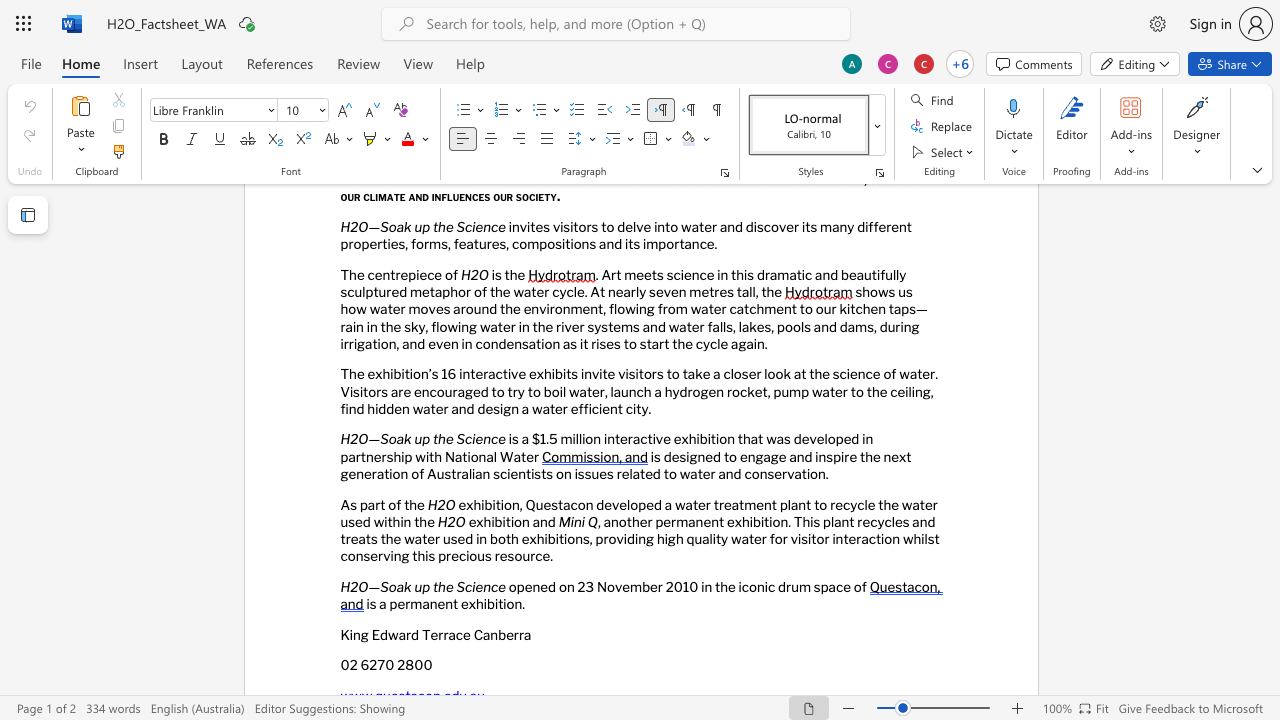 Image resolution: width=1280 pixels, height=720 pixels. Describe the element at coordinates (385, 665) in the screenshot. I see `the space between the continuous character "7" and "0" in the text` at that location.